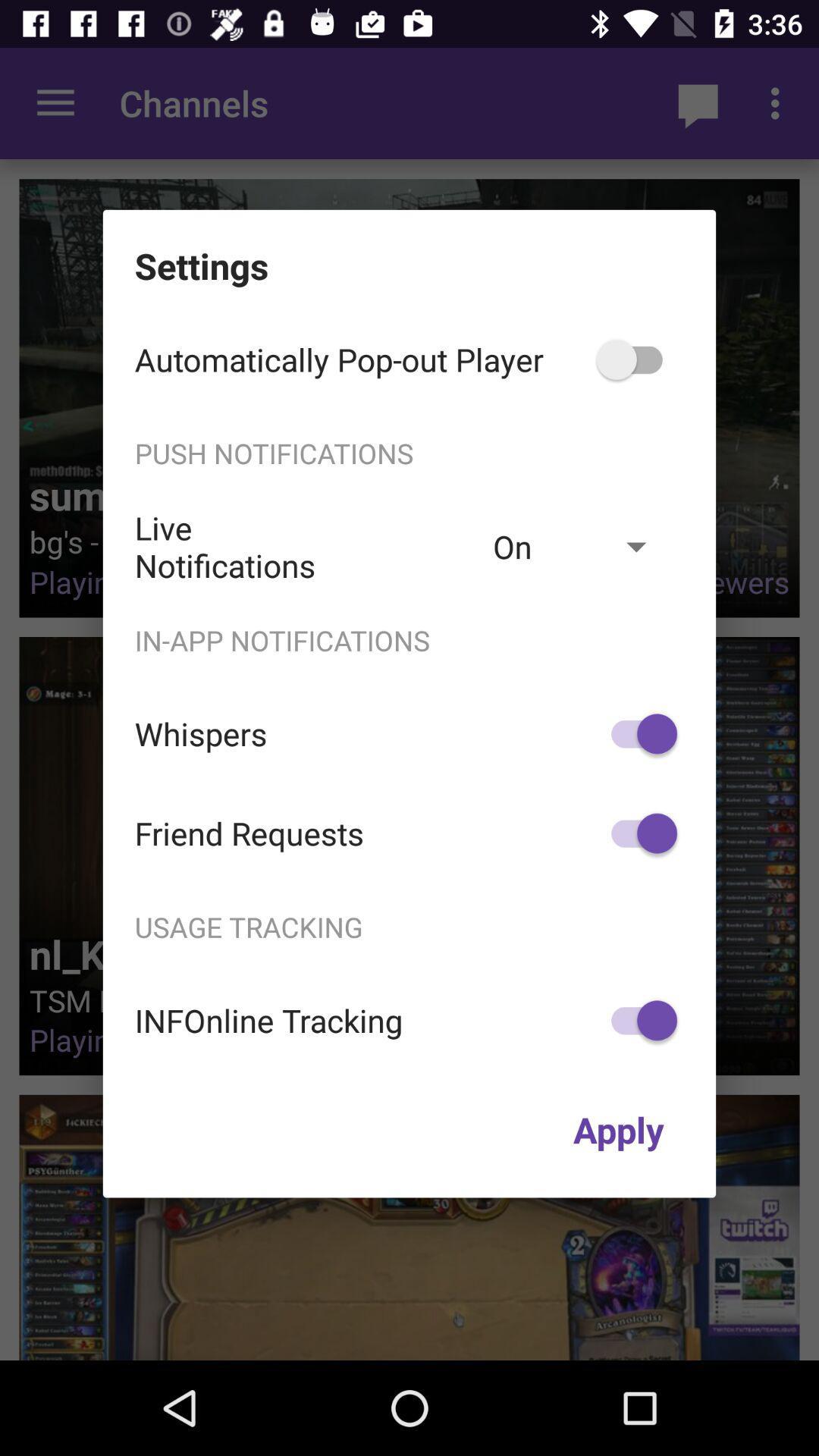 The width and height of the screenshot is (819, 1456). What do you see at coordinates (637, 733) in the screenshot?
I see `item below in-app notifications icon` at bounding box center [637, 733].